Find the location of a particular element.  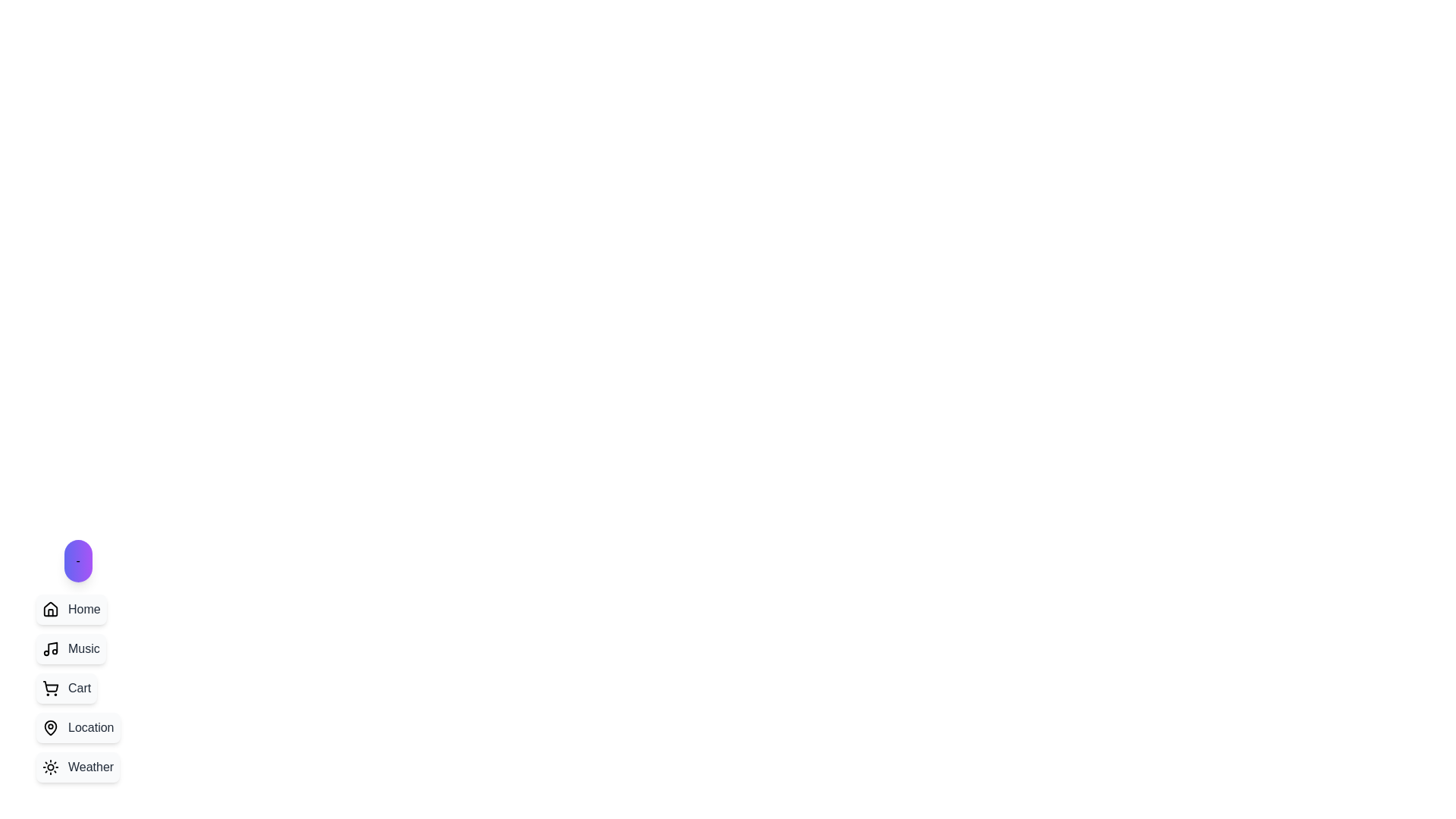

the visual information of the weather icon located on the left panel of the interface, specifically the last menu item labeled 'Weather', positioned to the left of the text label 'Weather' is located at coordinates (51, 767).